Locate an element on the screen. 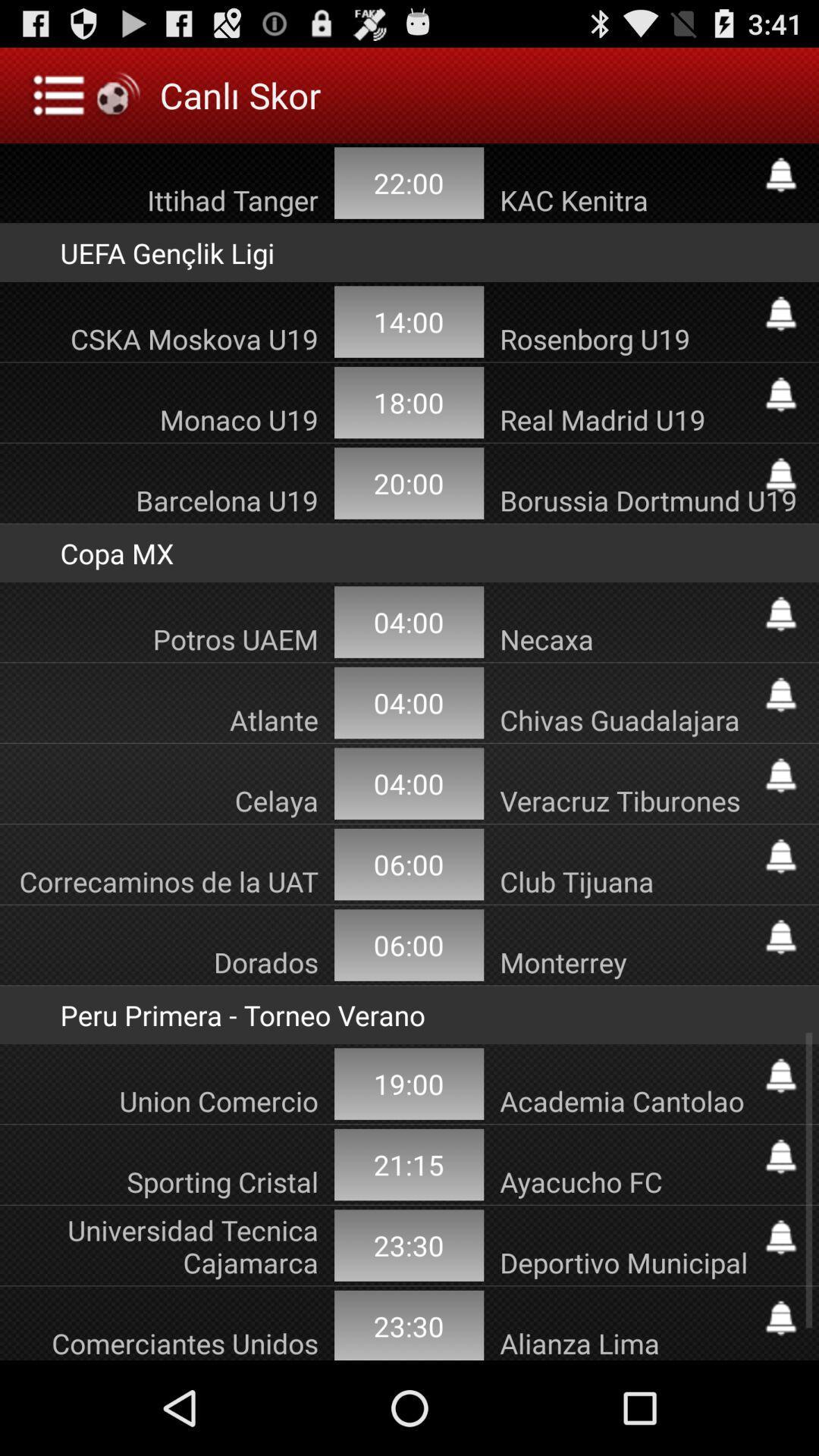 The image size is (819, 1456). notification button is located at coordinates (780, 694).